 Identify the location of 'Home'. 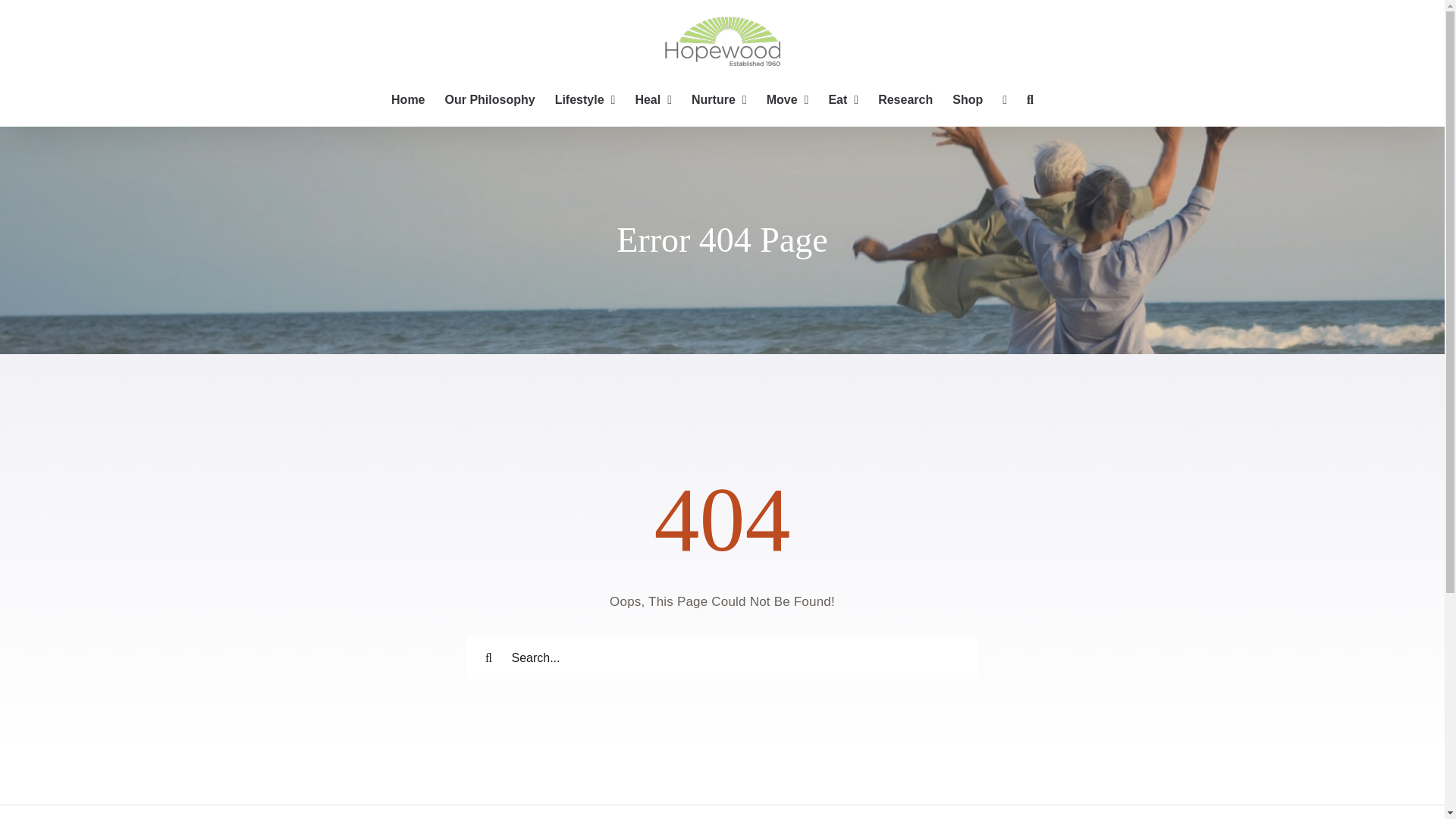
(407, 99).